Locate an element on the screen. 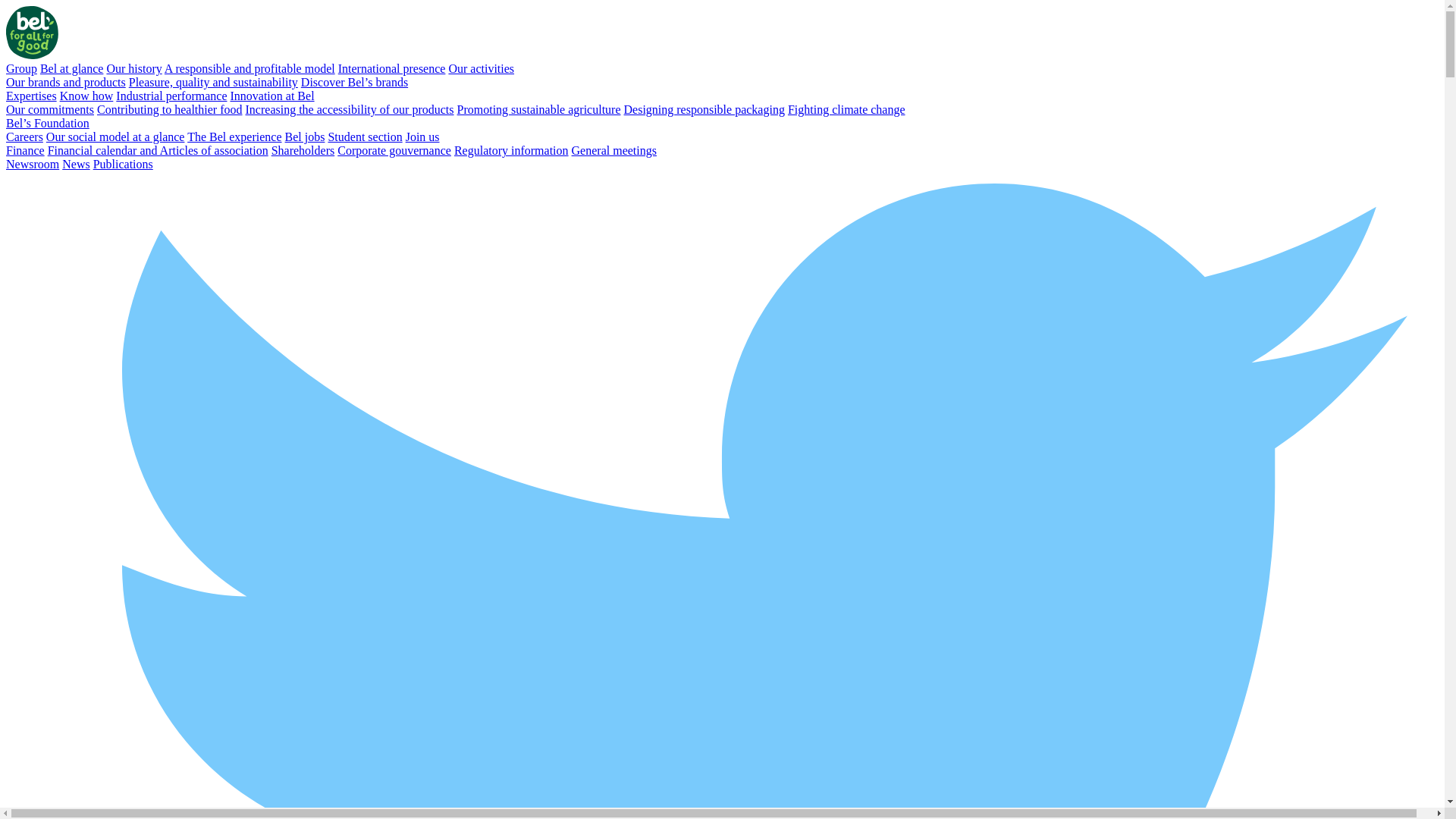 The width and height of the screenshot is (1456, 819). 'Our social model at a glance' is located at coordinates (46, 136).